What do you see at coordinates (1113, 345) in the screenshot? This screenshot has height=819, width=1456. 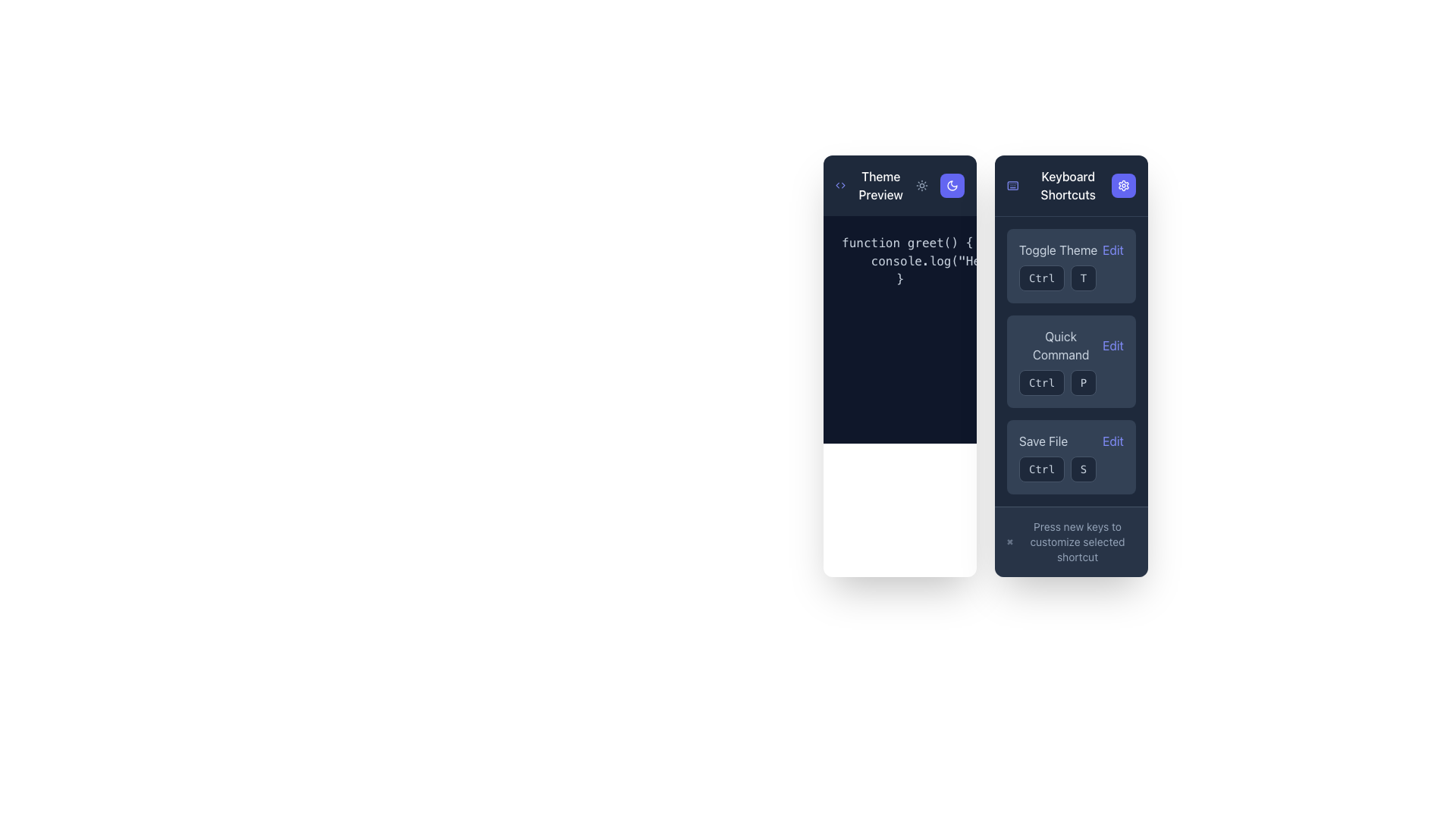 I see `the second 'Edit' button in the 'Keyboard Shortcuts' section` at bounding box center [1113, 345].